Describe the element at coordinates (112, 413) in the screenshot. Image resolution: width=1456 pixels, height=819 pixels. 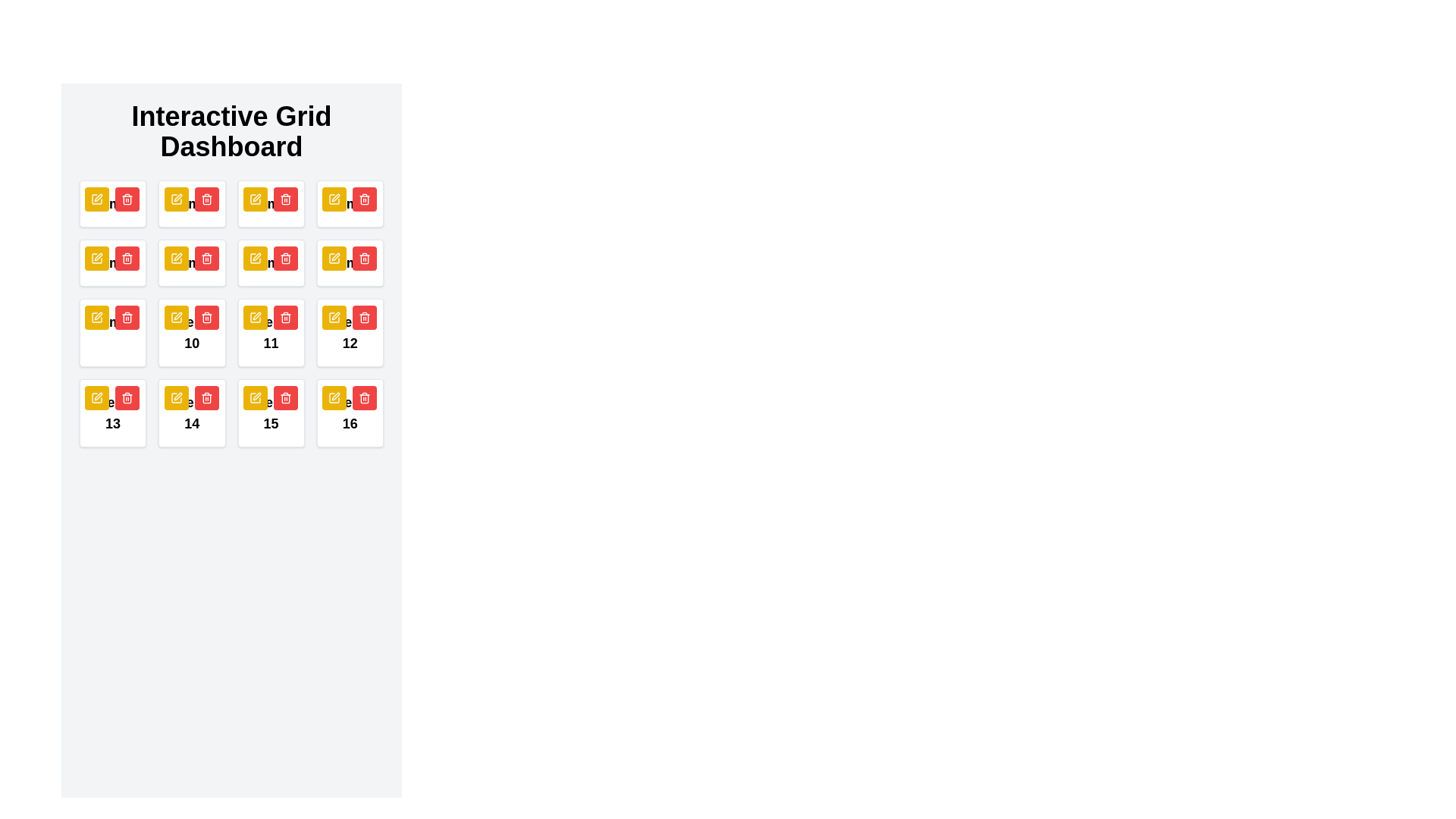
I see `the bold text label displaying 'Item 13', which is styled in black on a white background, located in the fourth row and first column of the grid layout` at that location.